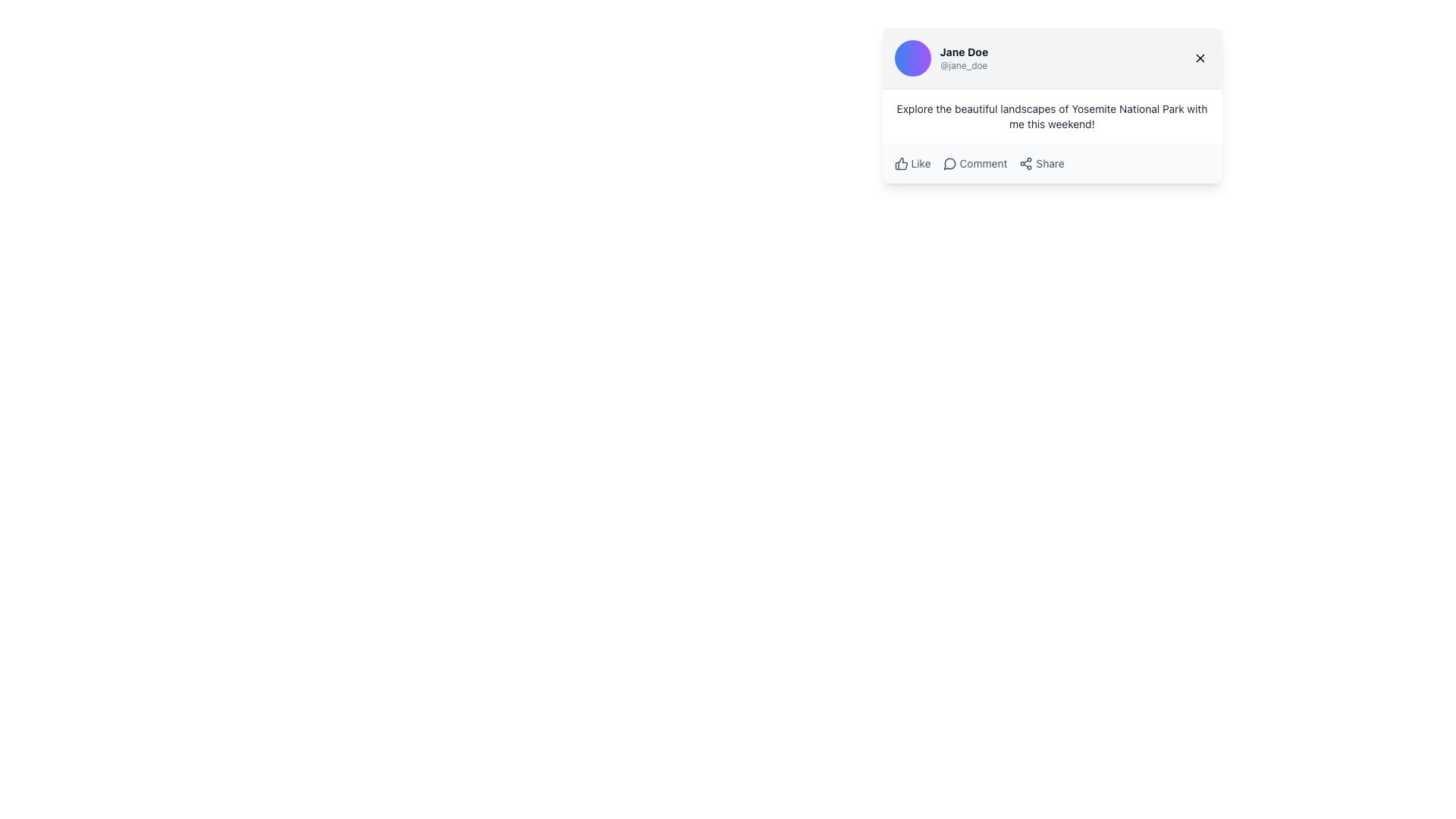  What do you see at coordinates (1026, 164) in the screenshot?
I see `the network icon located to the left of the 'Share' label` at bounding box center [1026, 164].